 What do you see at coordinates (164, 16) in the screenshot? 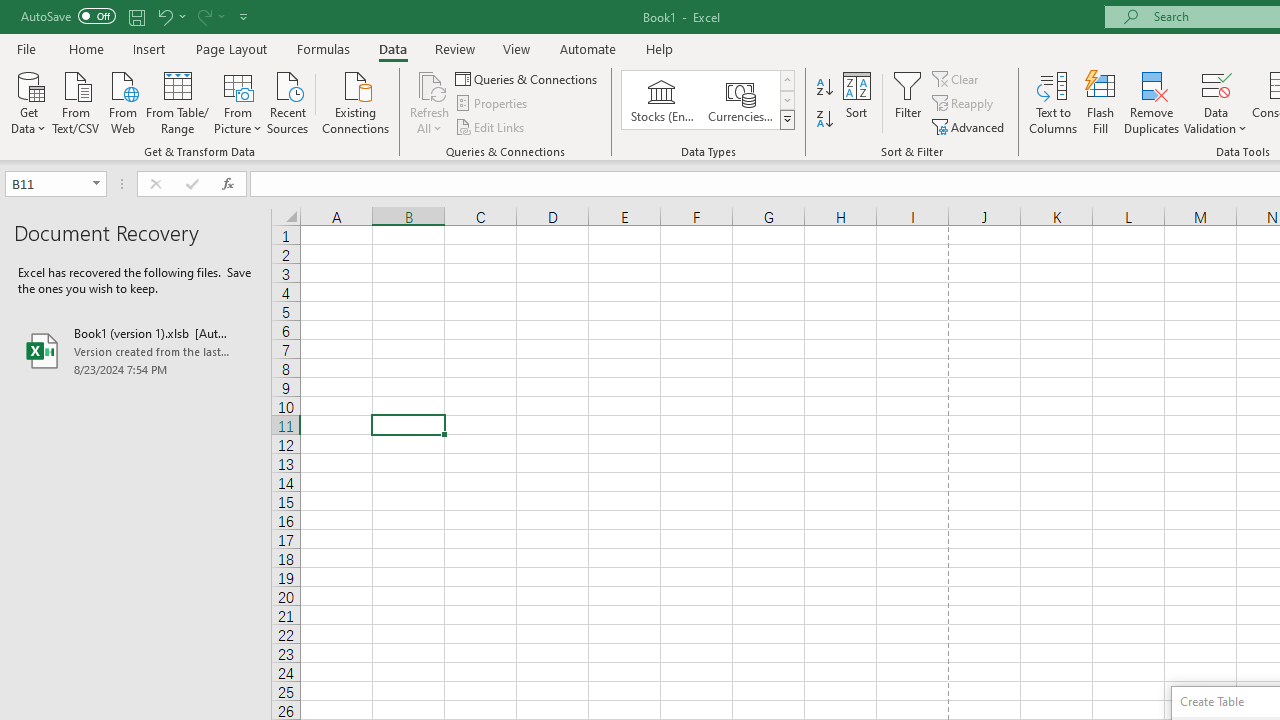
I see `'Undo'` at bounding box center [164, 16].